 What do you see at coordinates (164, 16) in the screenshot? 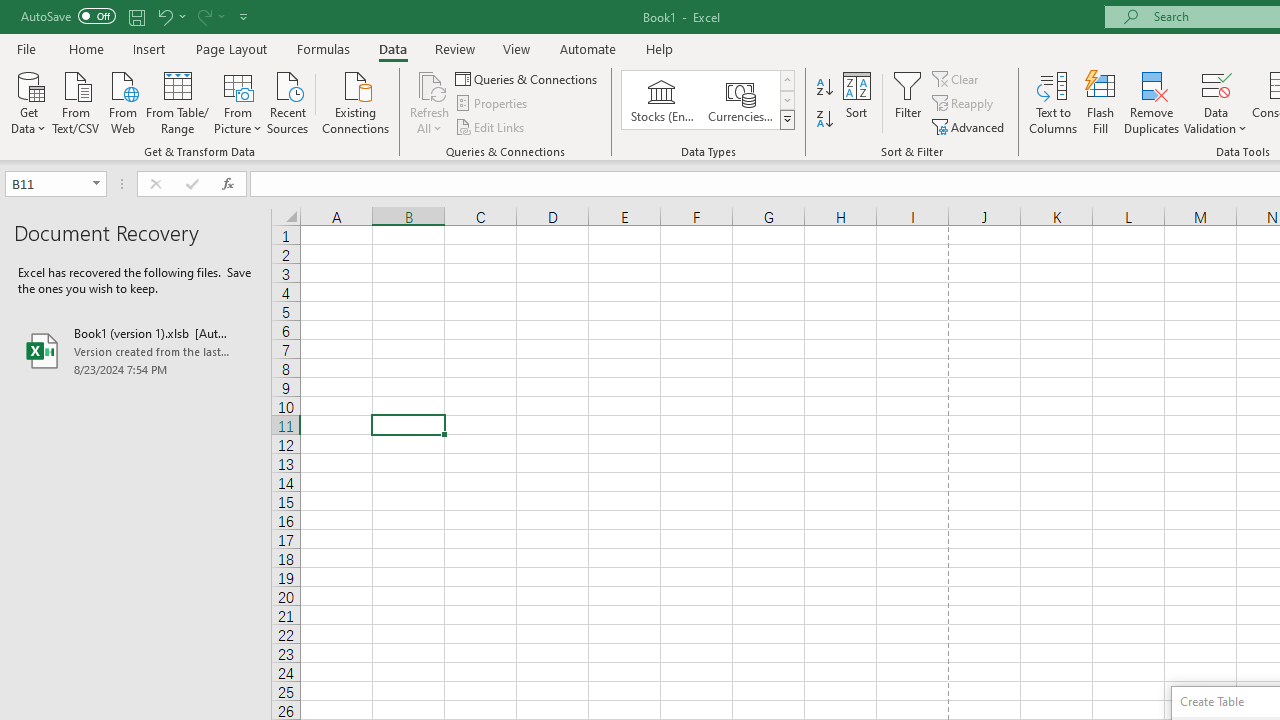
I see `'Undo'` at bounding box center [164, 16].